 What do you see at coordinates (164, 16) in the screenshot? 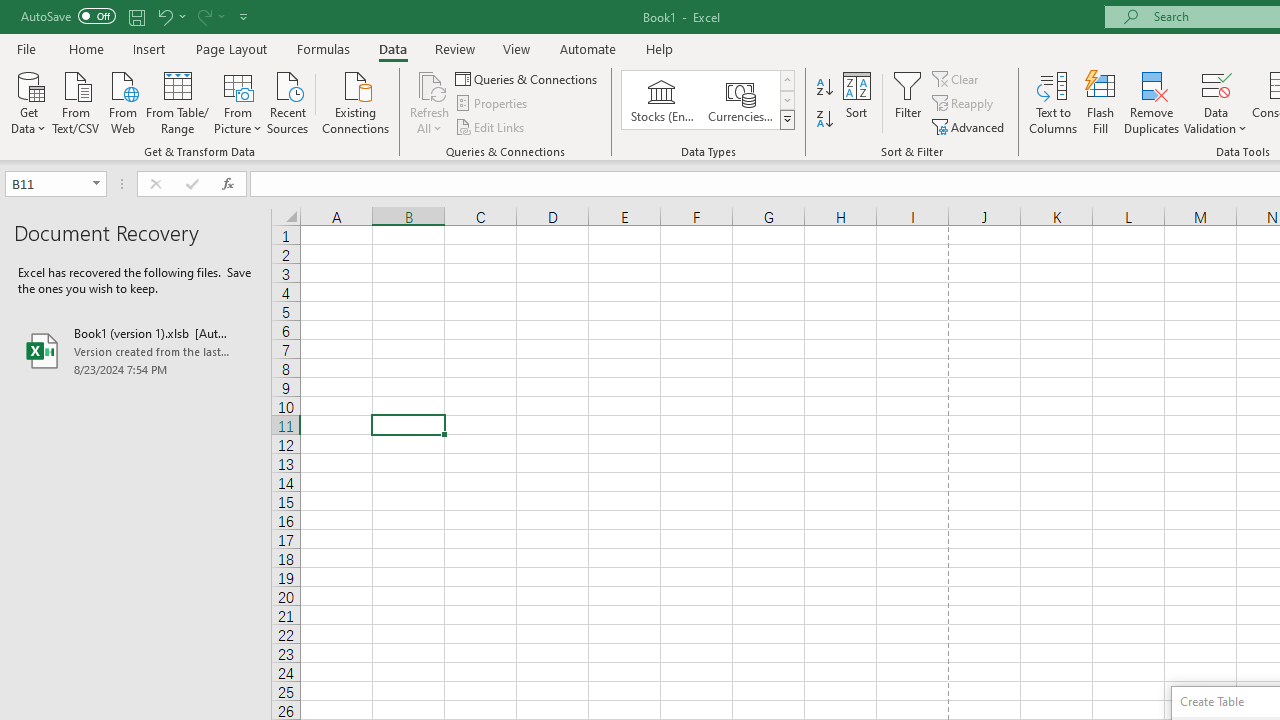
I see `'Undo'` at bounding box center [164, 16].